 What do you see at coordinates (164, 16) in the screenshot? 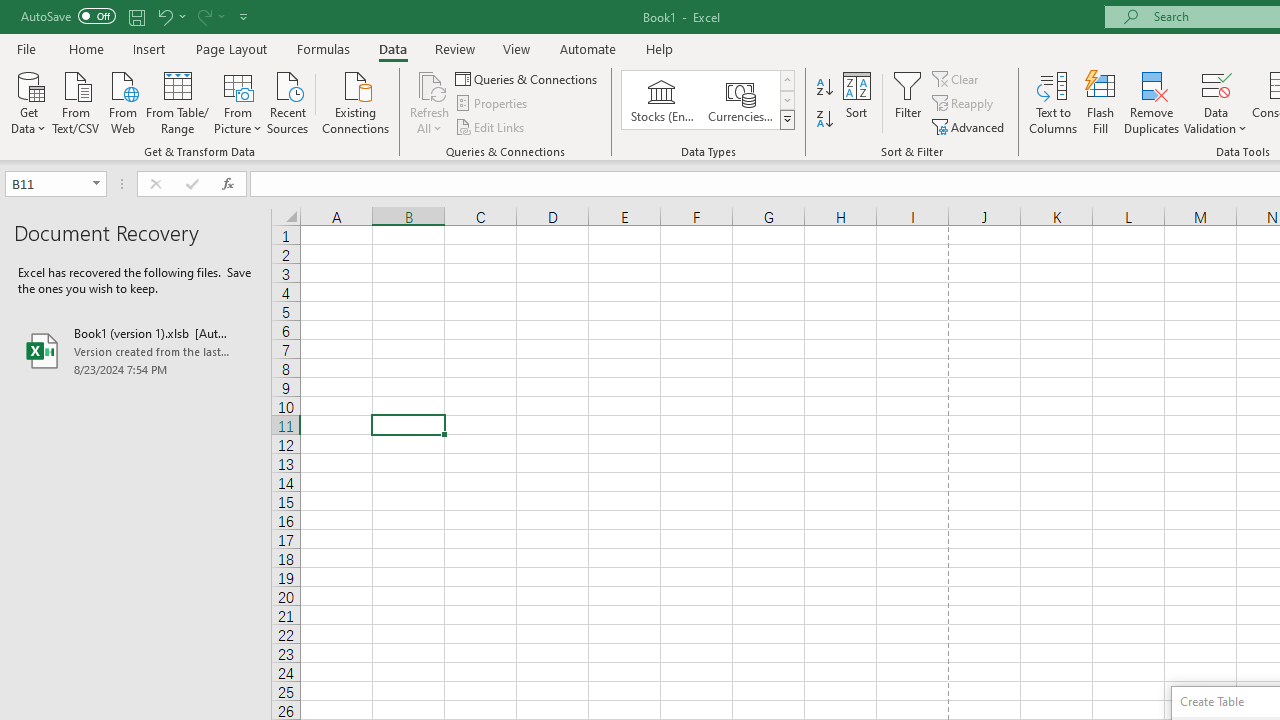
I see `'Undo'` at bounding box center [164, 16].